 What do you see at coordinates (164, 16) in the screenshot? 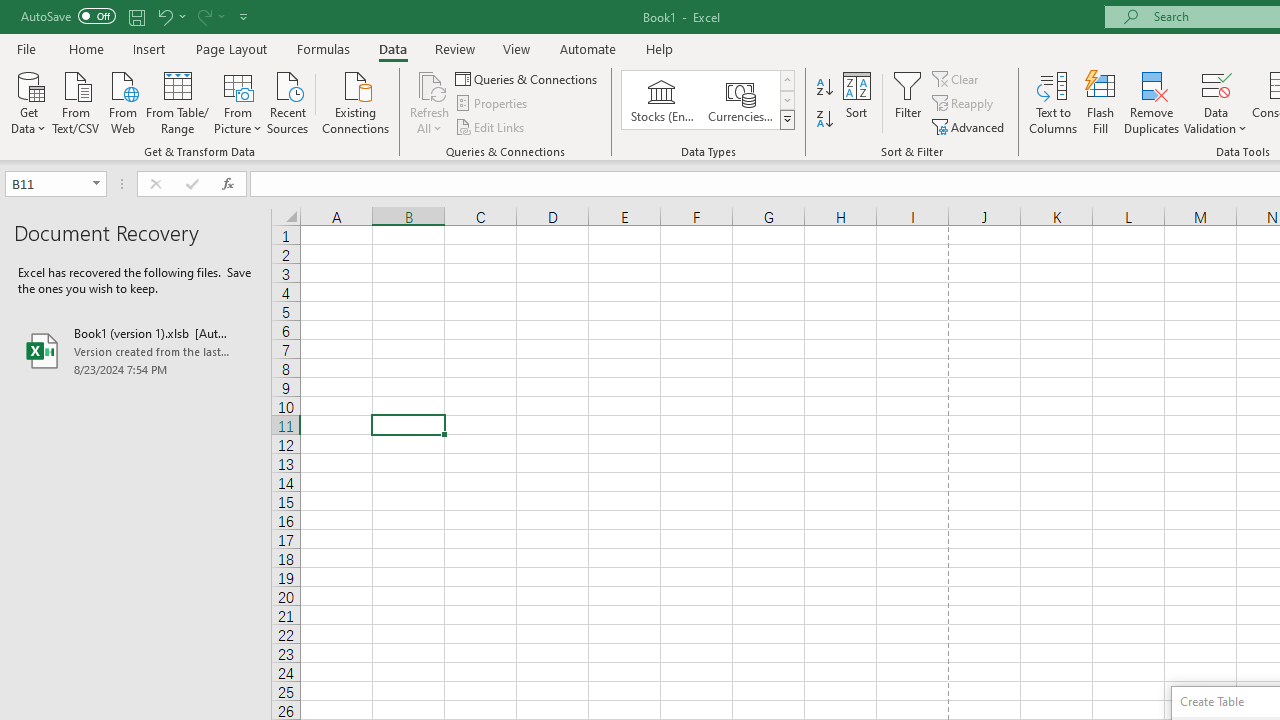
I see `'Undo'` at bounding box center [164, 16].